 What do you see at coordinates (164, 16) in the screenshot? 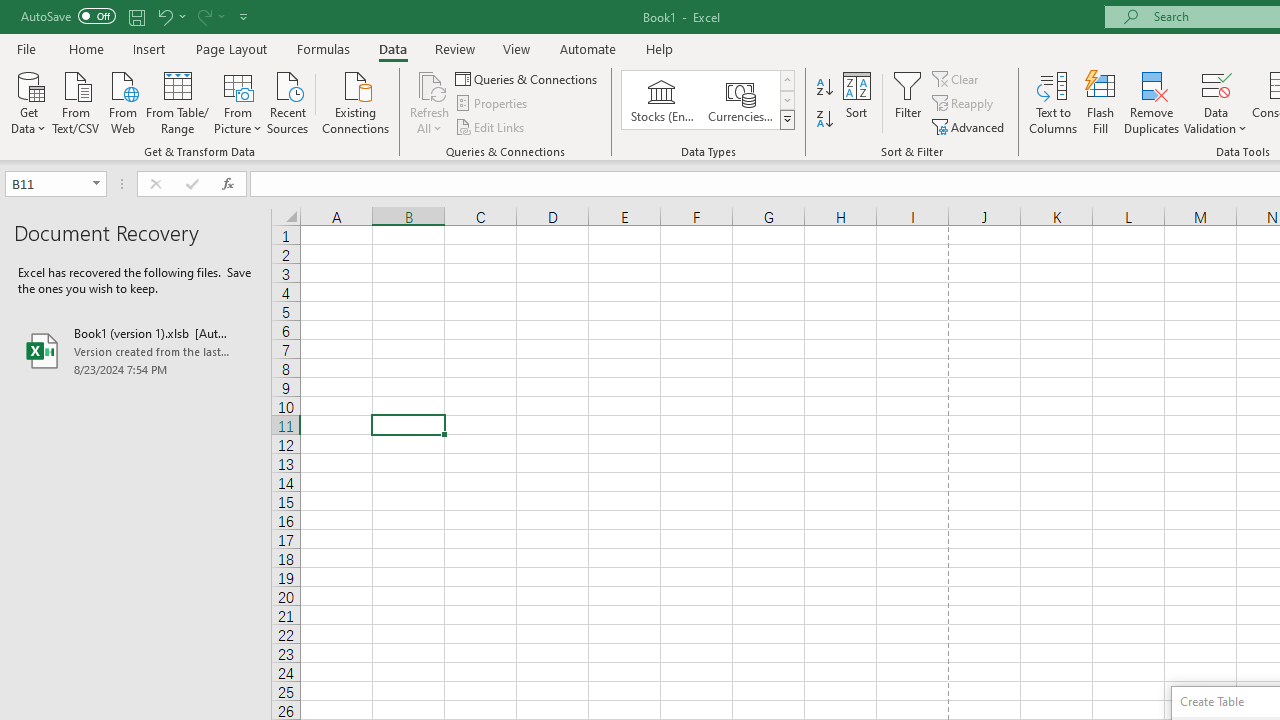
I see `'Undo'` at bounding box center [164, 16].